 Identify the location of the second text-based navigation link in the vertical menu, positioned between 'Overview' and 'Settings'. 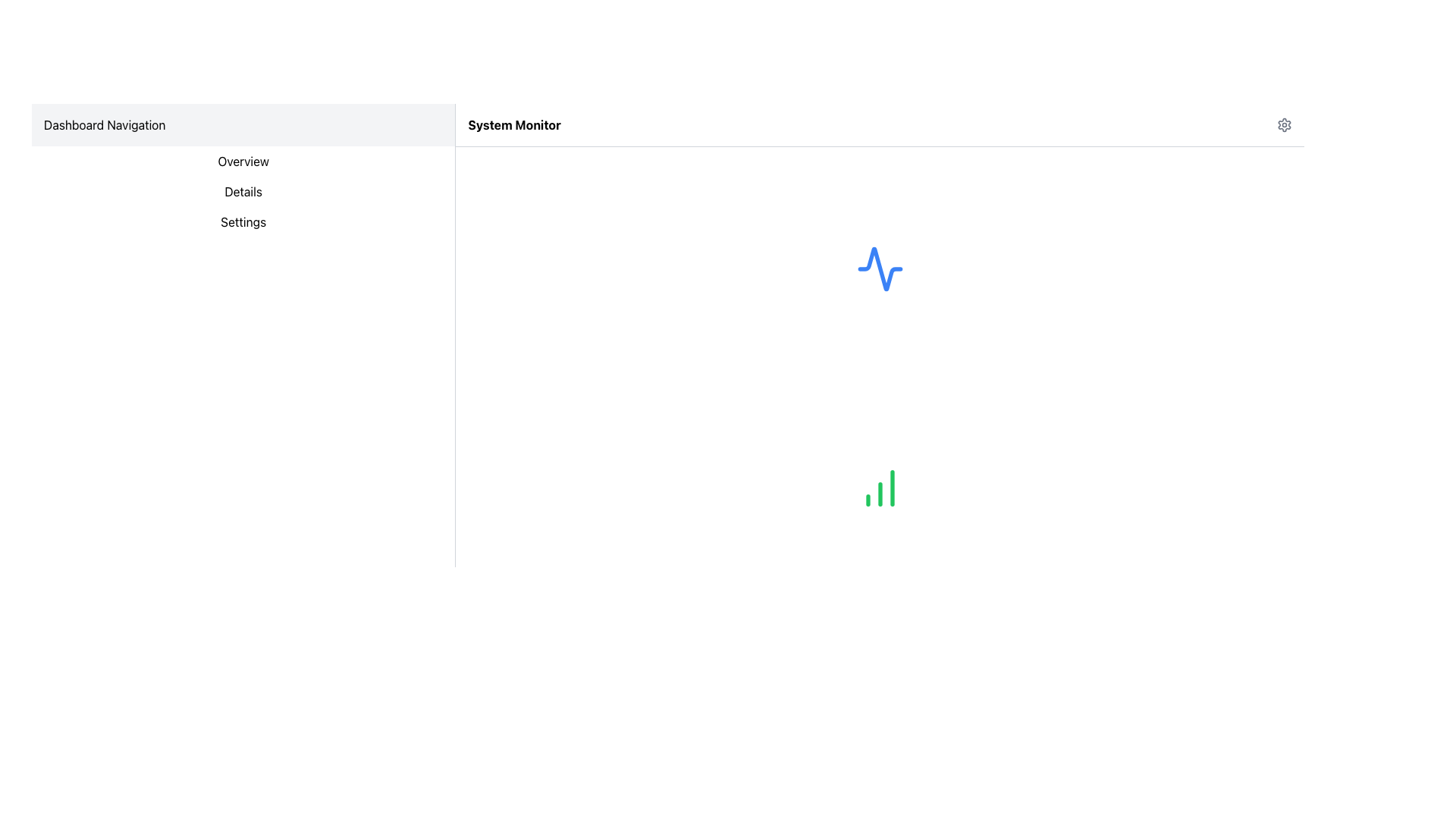
(243, 191).